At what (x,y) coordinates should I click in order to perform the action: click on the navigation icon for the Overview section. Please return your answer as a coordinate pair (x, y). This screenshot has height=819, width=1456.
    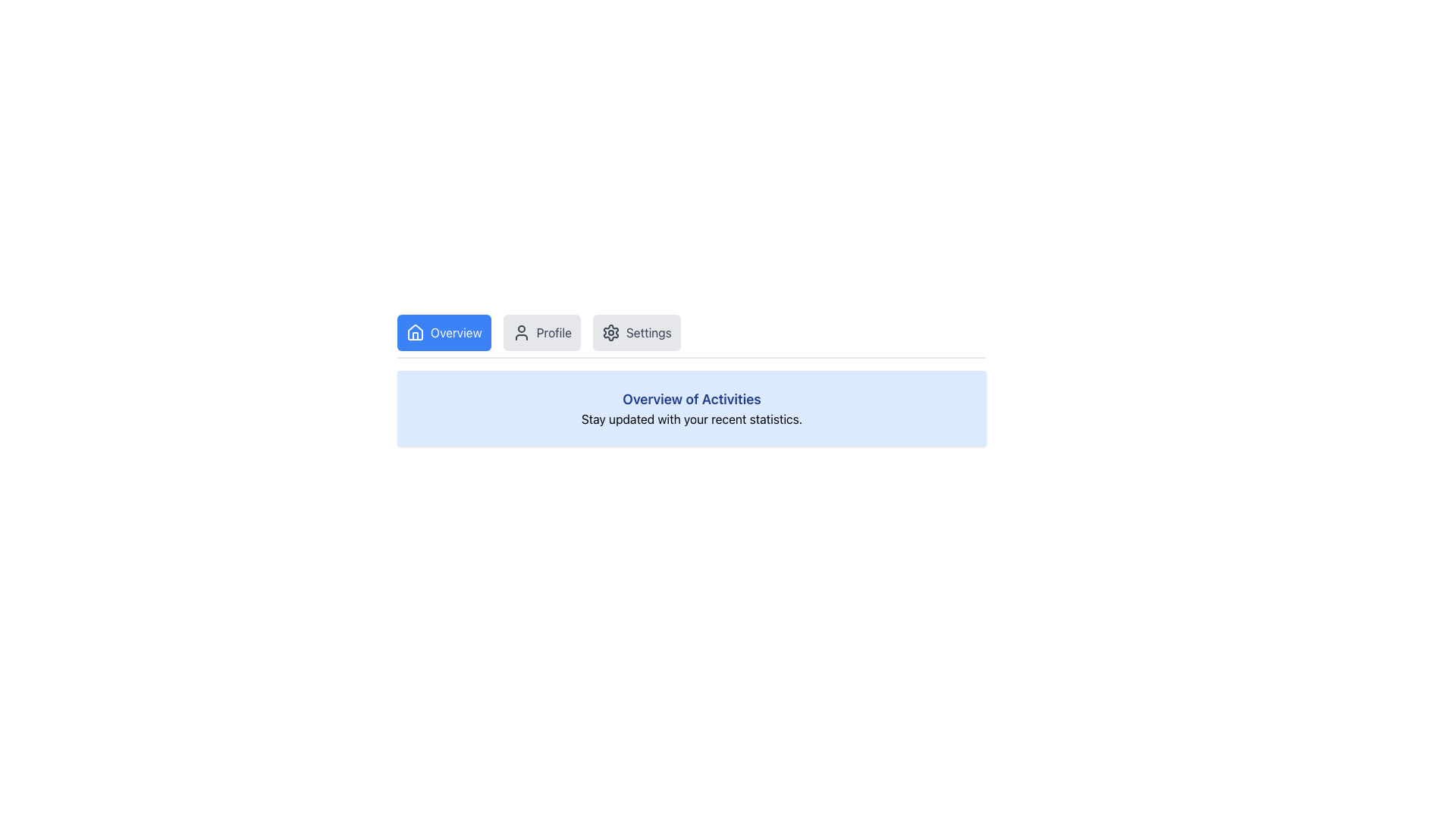
    Looking at the image, I should click on (415, 332).